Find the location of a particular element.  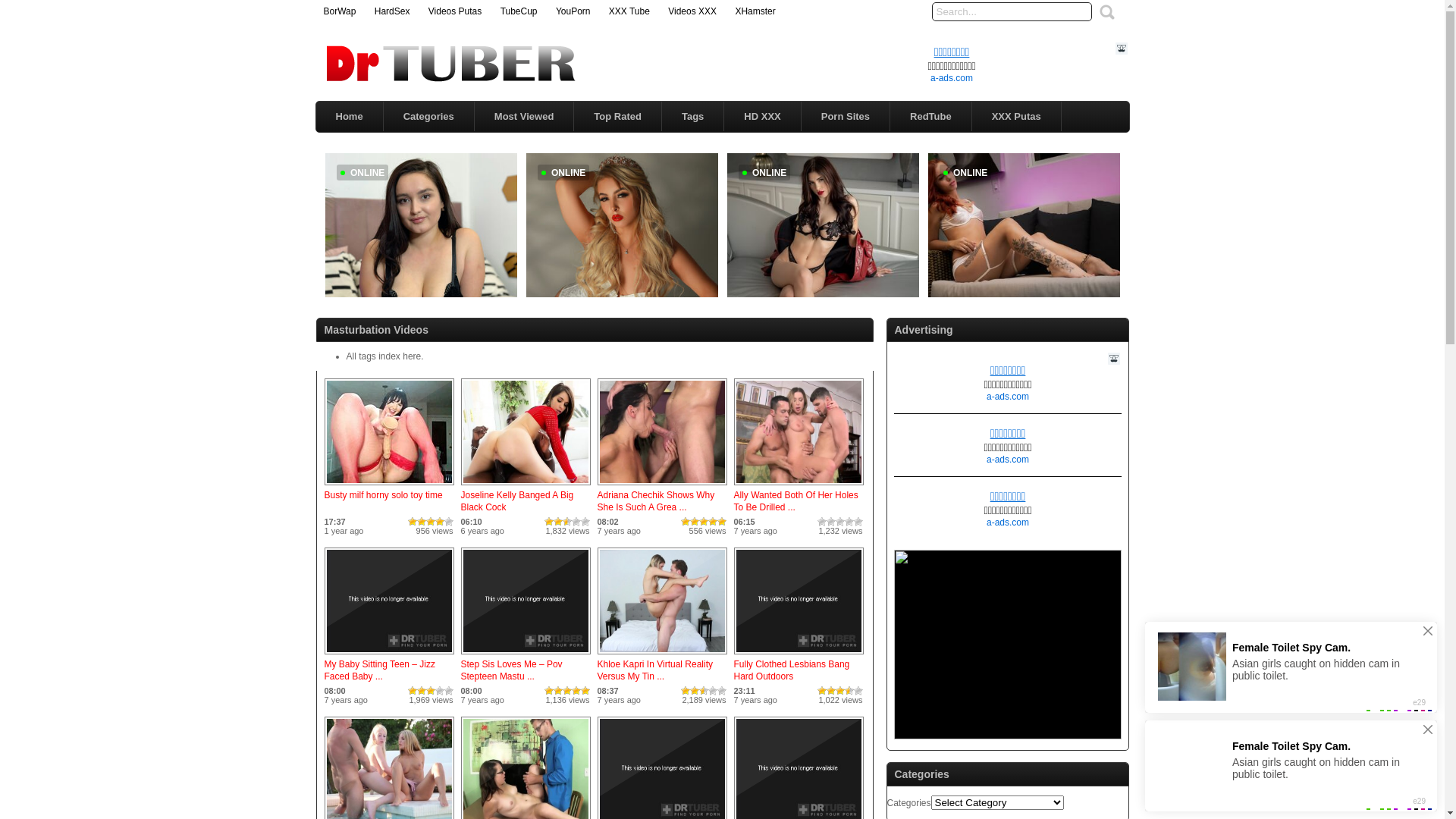

'TubeCup' is located at coordinates (519, 11).